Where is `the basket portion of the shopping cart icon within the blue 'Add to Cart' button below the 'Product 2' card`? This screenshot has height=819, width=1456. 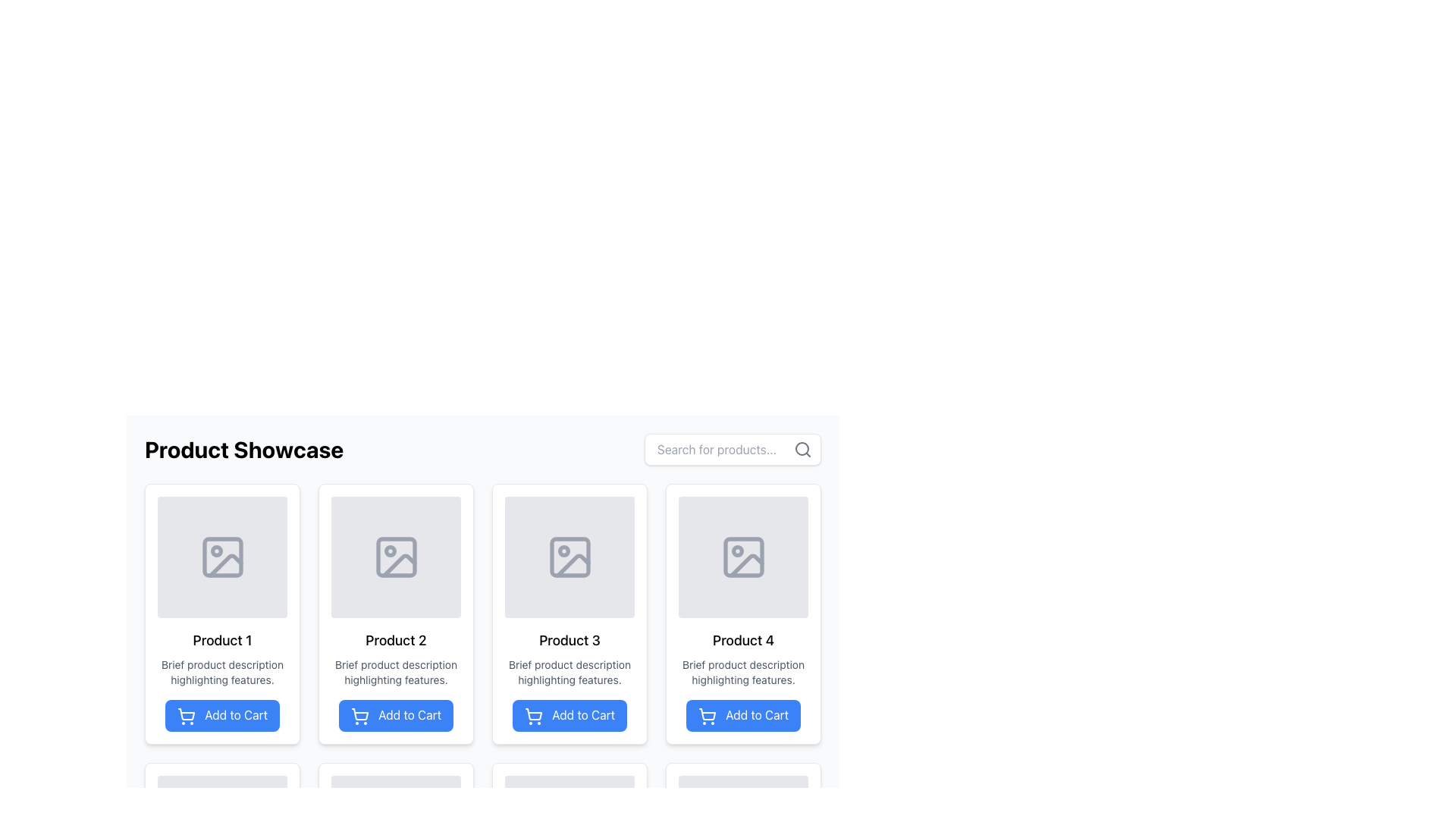 the basket portion of the shopping cart icon within the blue 'Add to Cart' button below the 'Product 2' card is located at coordinates (359, 714).